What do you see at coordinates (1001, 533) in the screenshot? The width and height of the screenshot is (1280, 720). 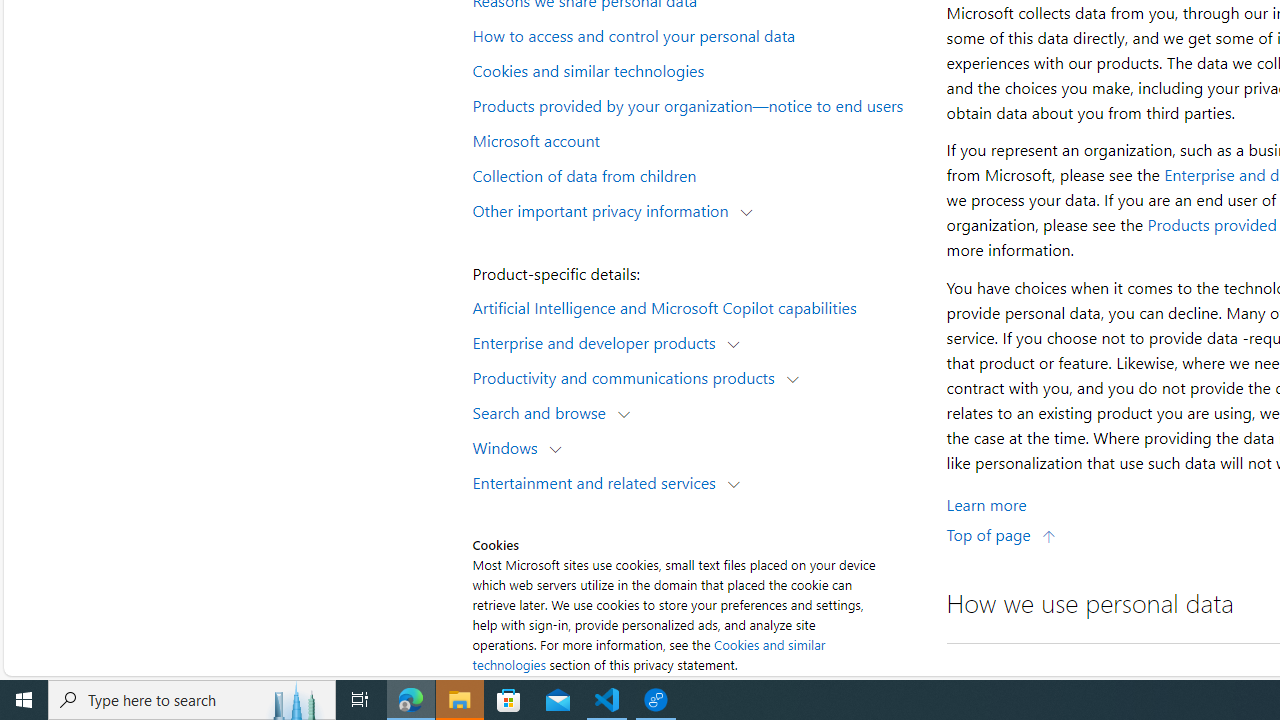 I see `'Top of page'` at bounding box center [1001, 533].